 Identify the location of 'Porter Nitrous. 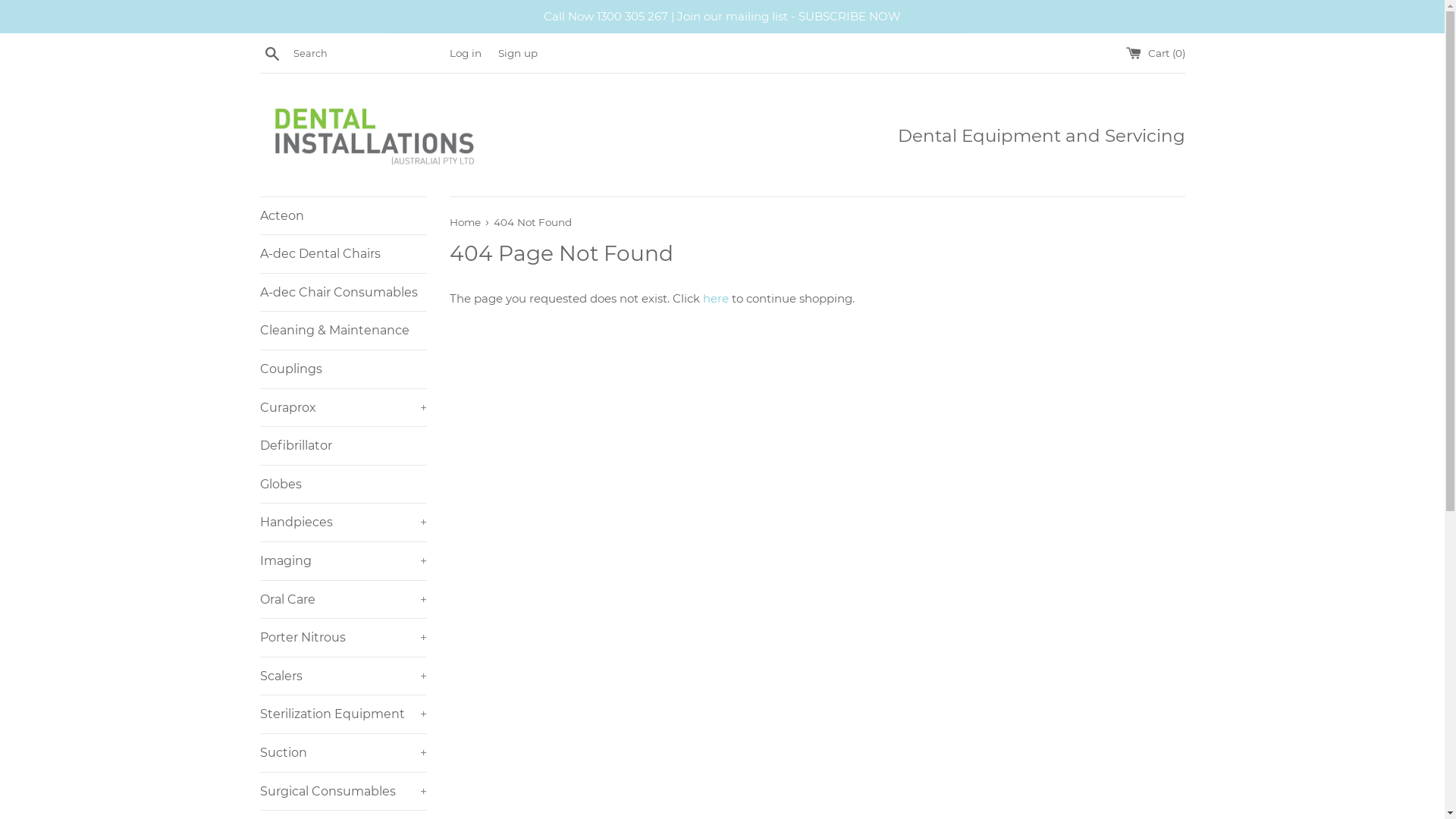
(341, 637).